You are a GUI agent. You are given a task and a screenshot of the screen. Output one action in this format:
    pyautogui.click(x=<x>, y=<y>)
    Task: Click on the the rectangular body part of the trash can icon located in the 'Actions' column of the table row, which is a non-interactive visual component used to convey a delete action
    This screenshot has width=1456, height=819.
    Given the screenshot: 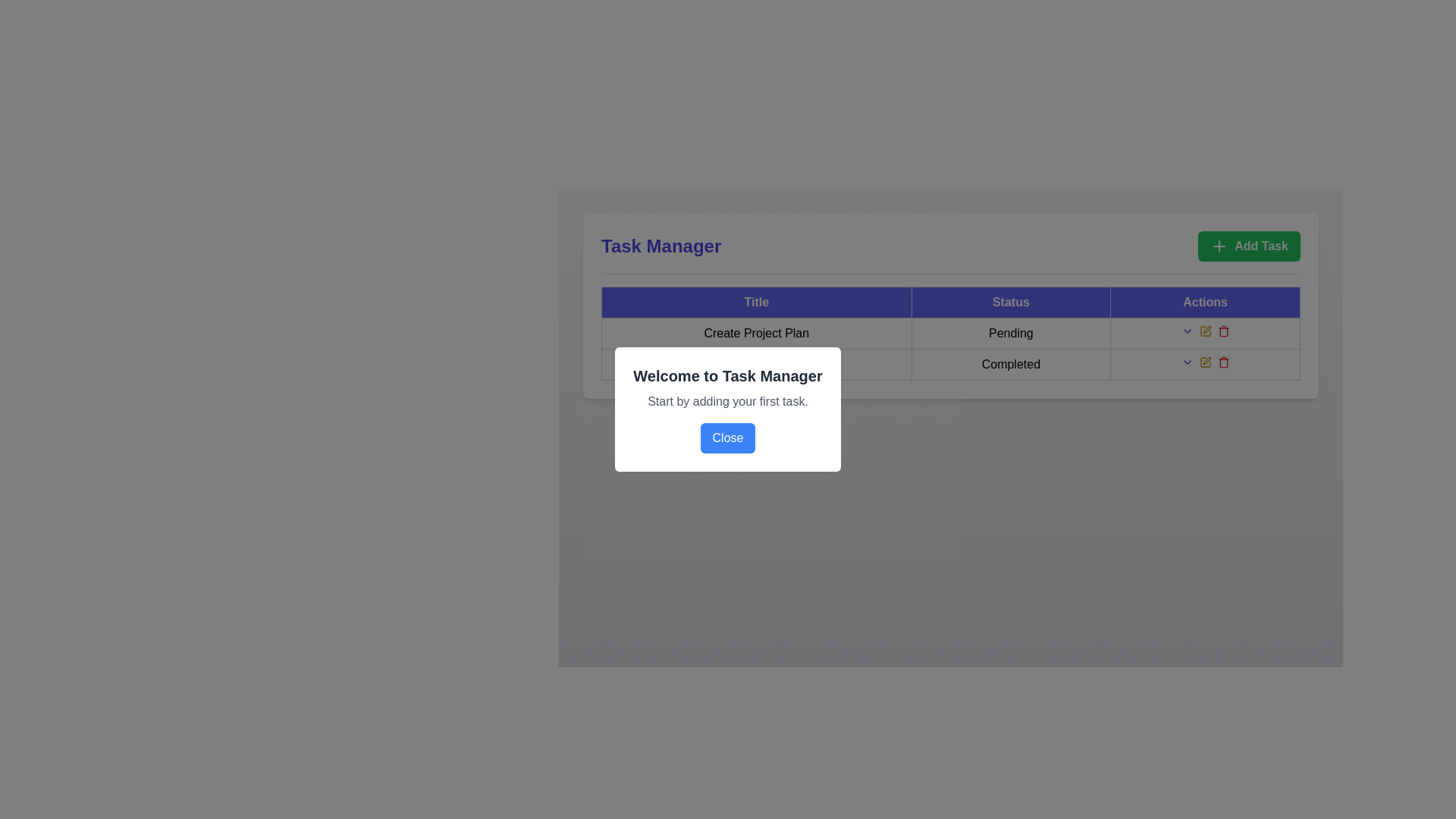 What is the action you would take?
    pyautogui.click(x=1223, y=331)
    